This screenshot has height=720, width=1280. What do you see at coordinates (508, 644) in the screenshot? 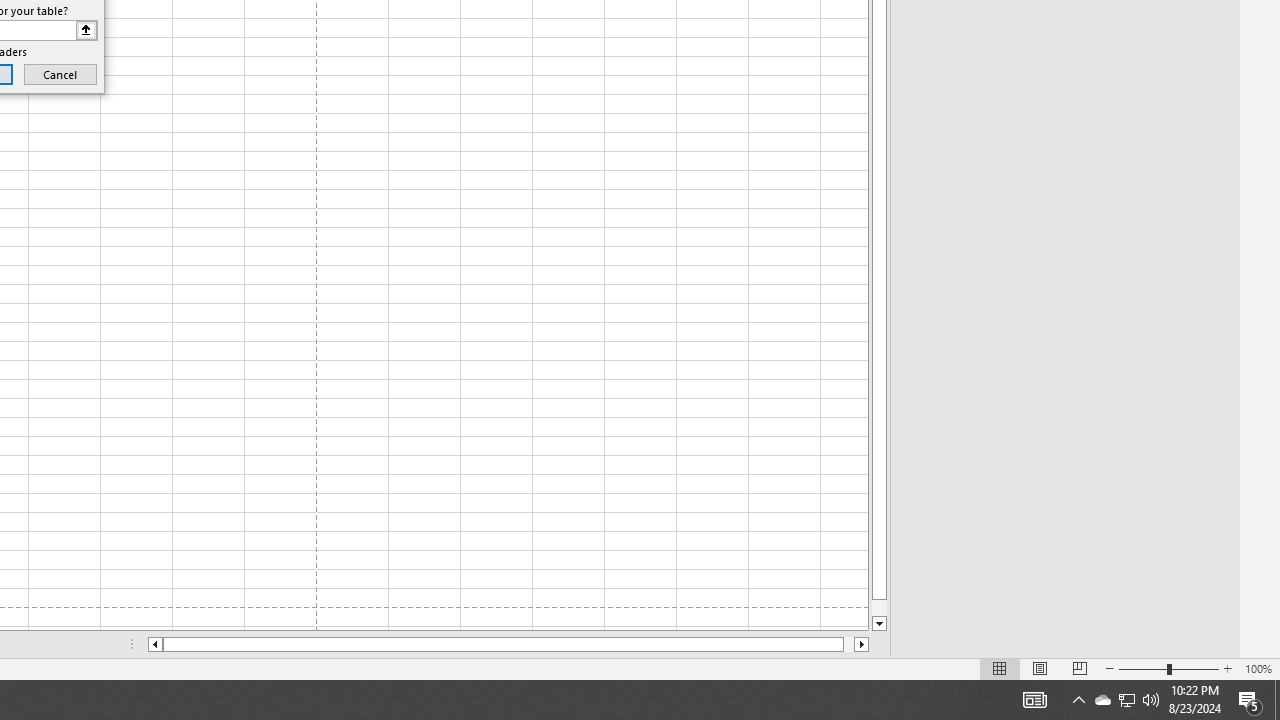
I see `'Class: NetUIScrollBar'` at bounding box center [508, 644].